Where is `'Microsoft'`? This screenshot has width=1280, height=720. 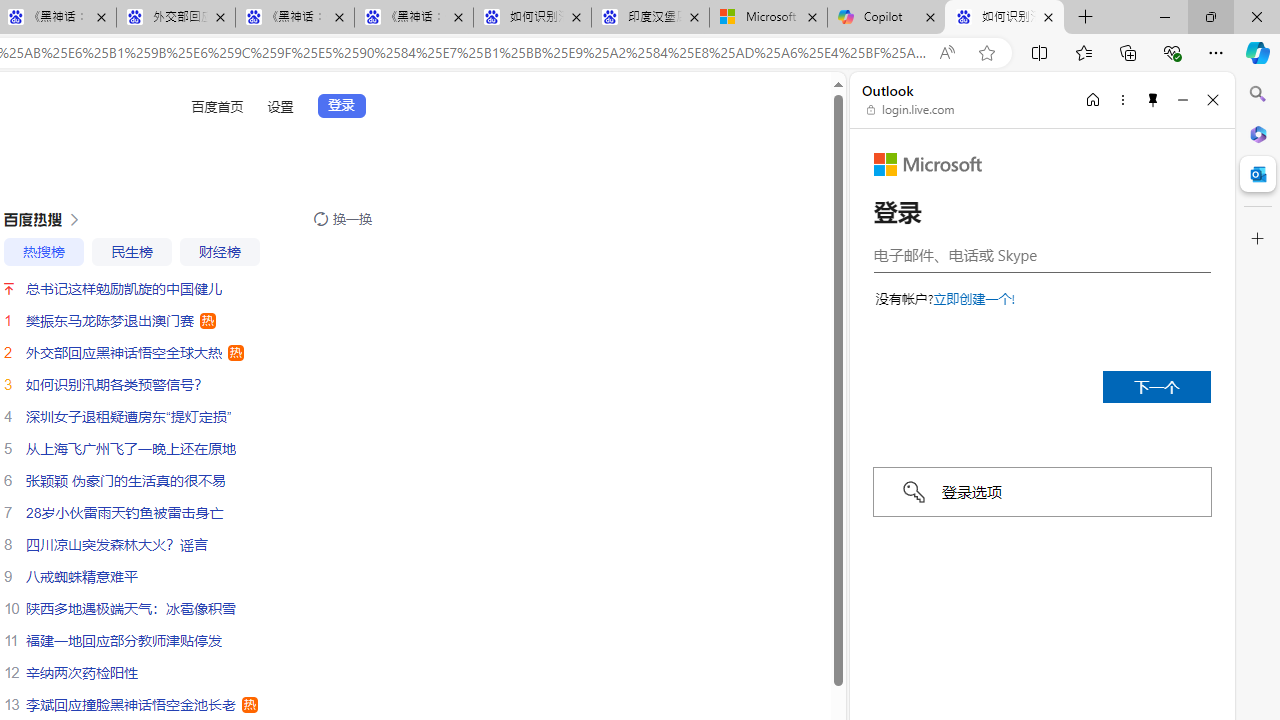 'Microsoft' is located at coordinates (927, 163).